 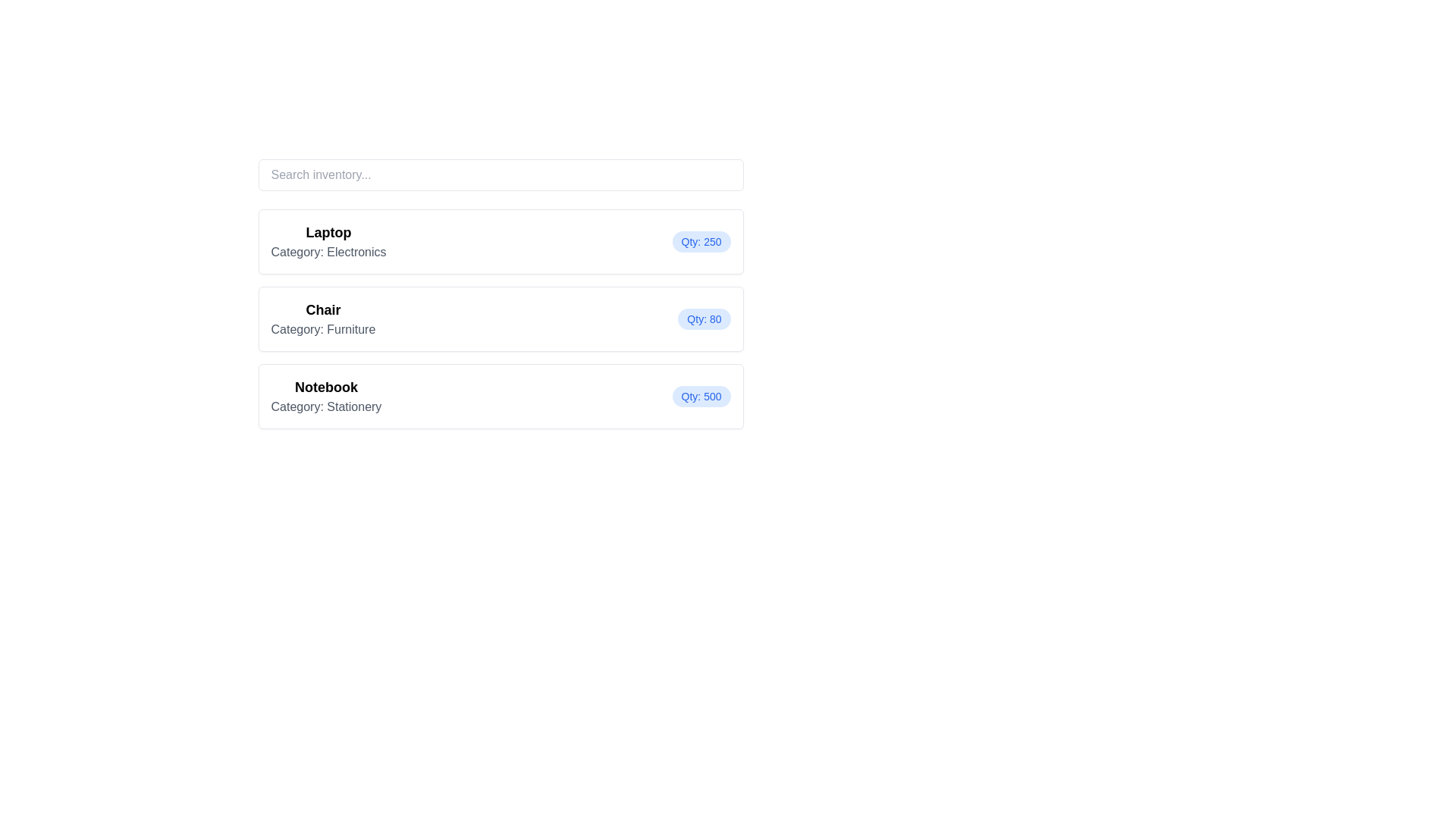 I want to click on the second card element, so click(x=500, y=294).